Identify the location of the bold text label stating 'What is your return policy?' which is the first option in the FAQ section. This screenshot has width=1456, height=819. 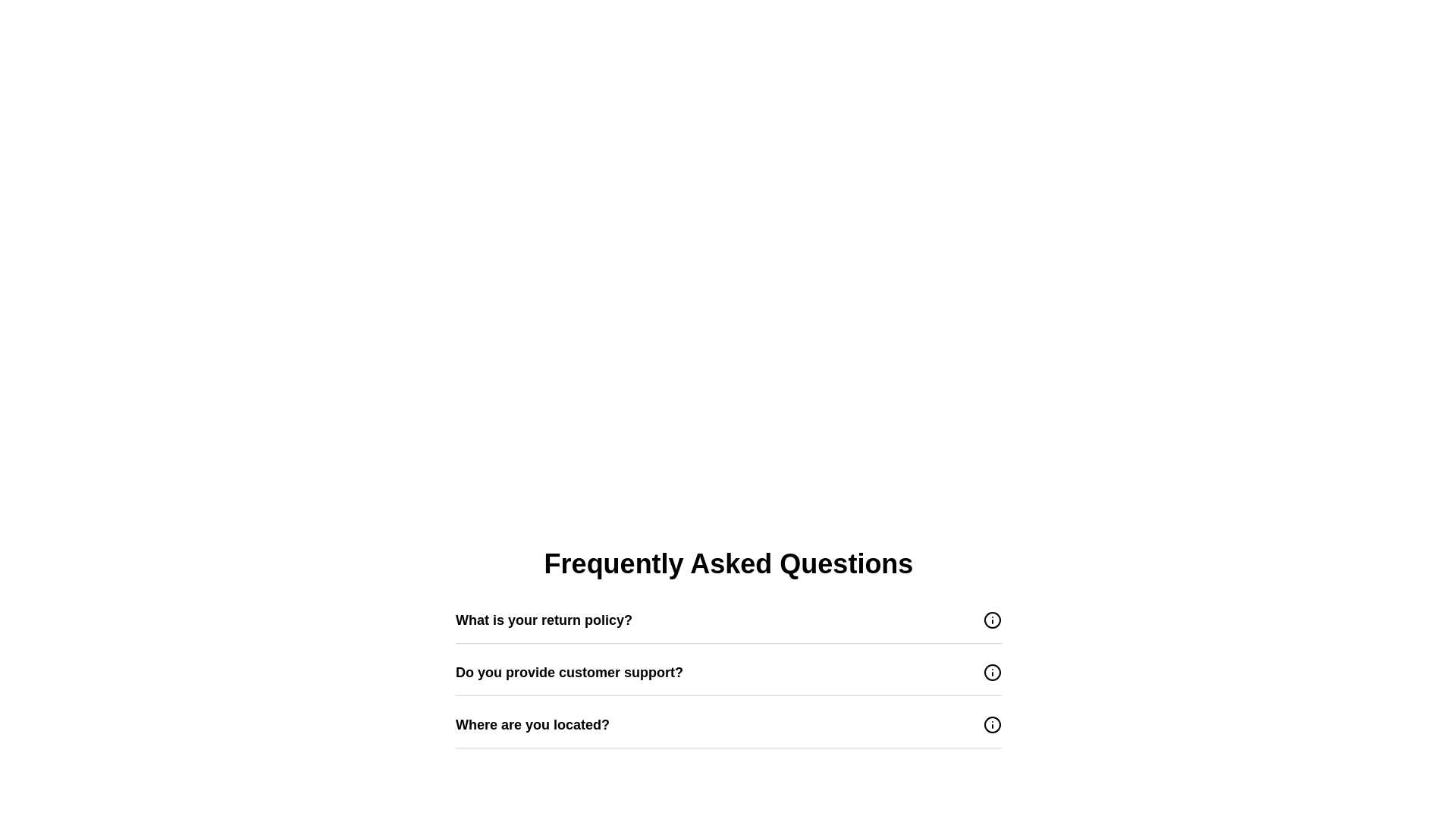
(544, 620).